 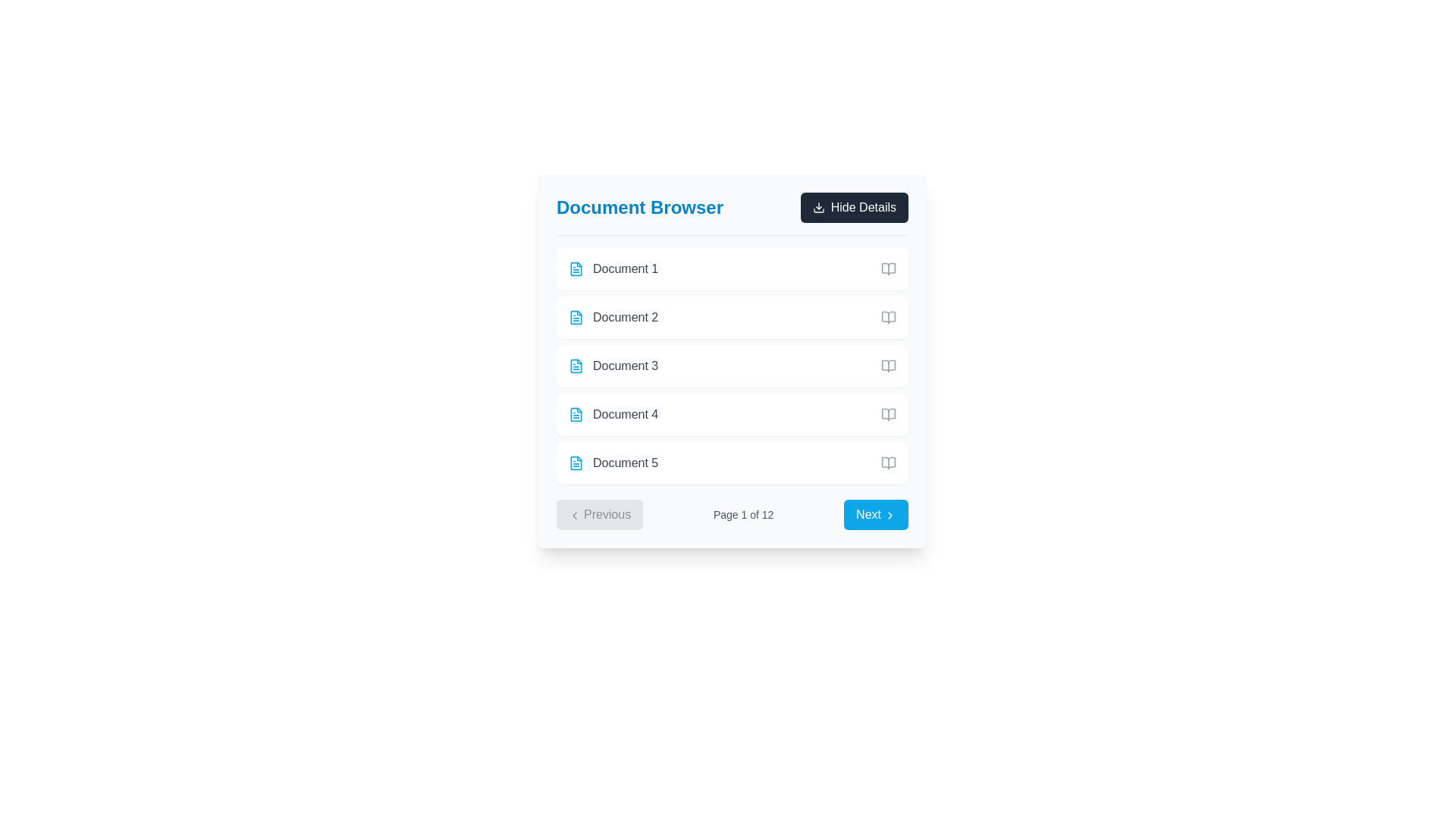 What do you see at coordinates (888, 317) in the screenshot?
I see `the small gray open book icon located in the 'Document Browser' list next to 'Document 2'` at bounding box center [888, 317].